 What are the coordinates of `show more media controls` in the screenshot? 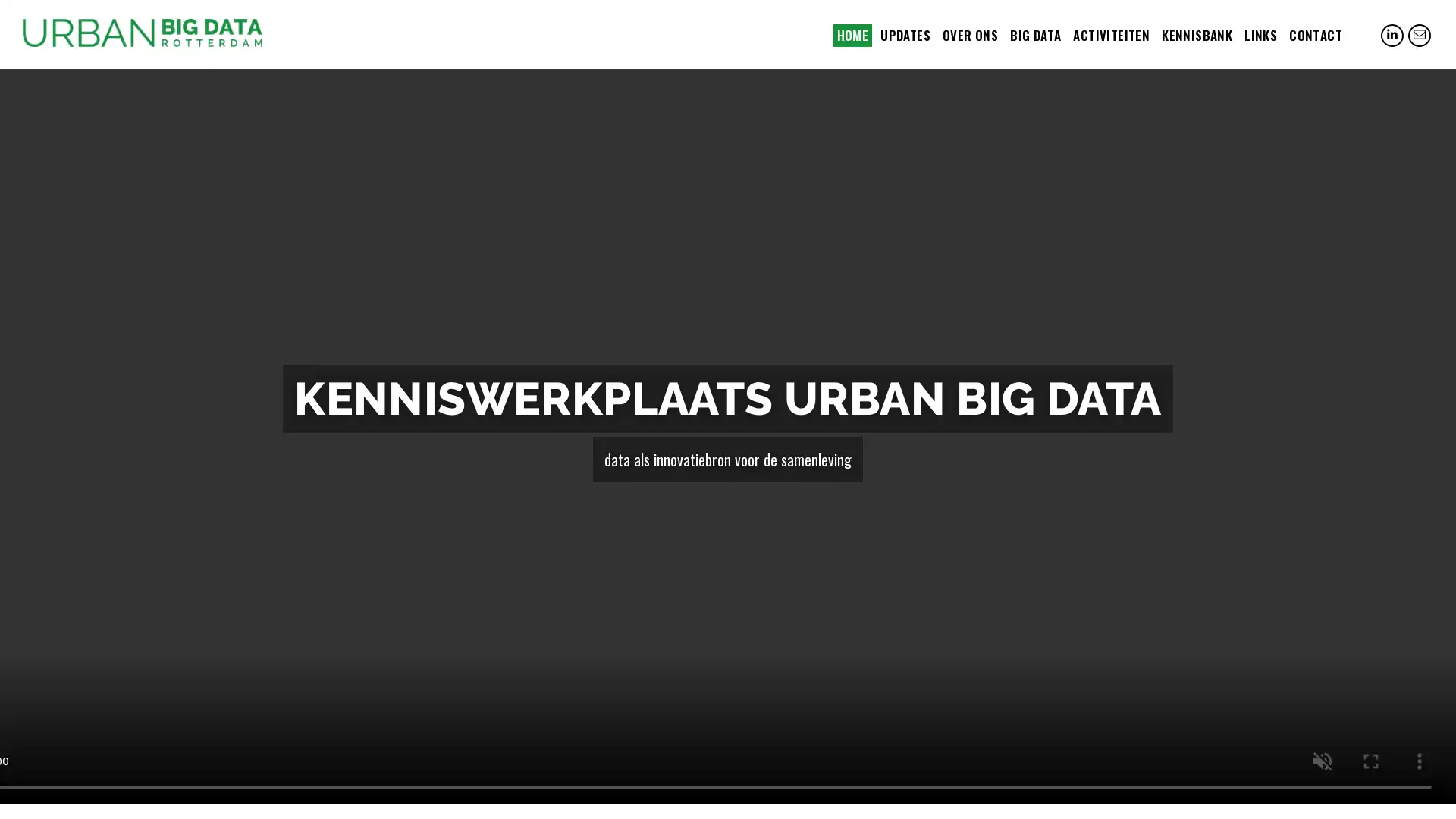 It's located at (1419, 761).